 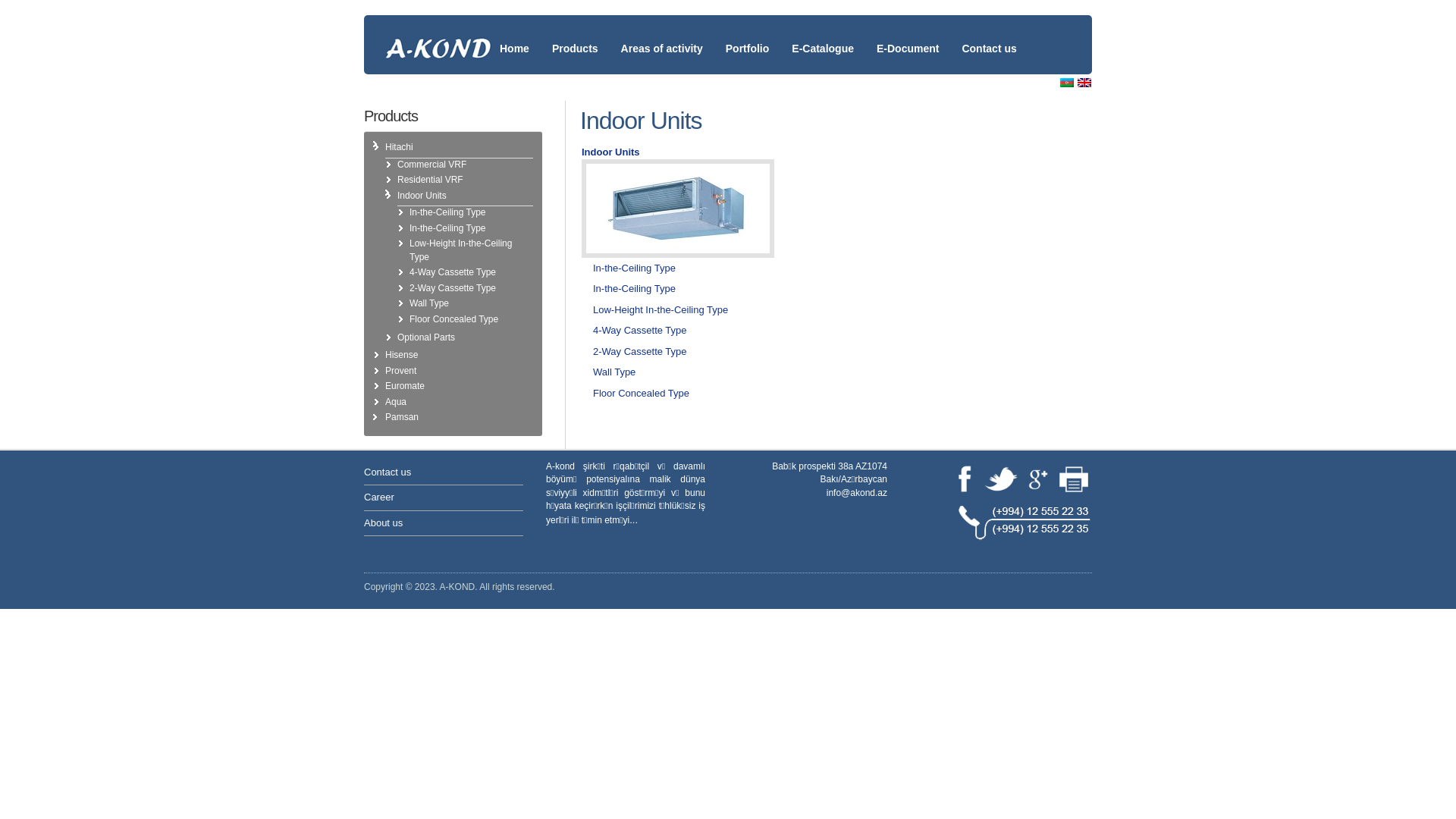 What do you see at coordinates (401, 417) in the screenshot?
I see `'Pamsan'` at bounding box center [401, 417].